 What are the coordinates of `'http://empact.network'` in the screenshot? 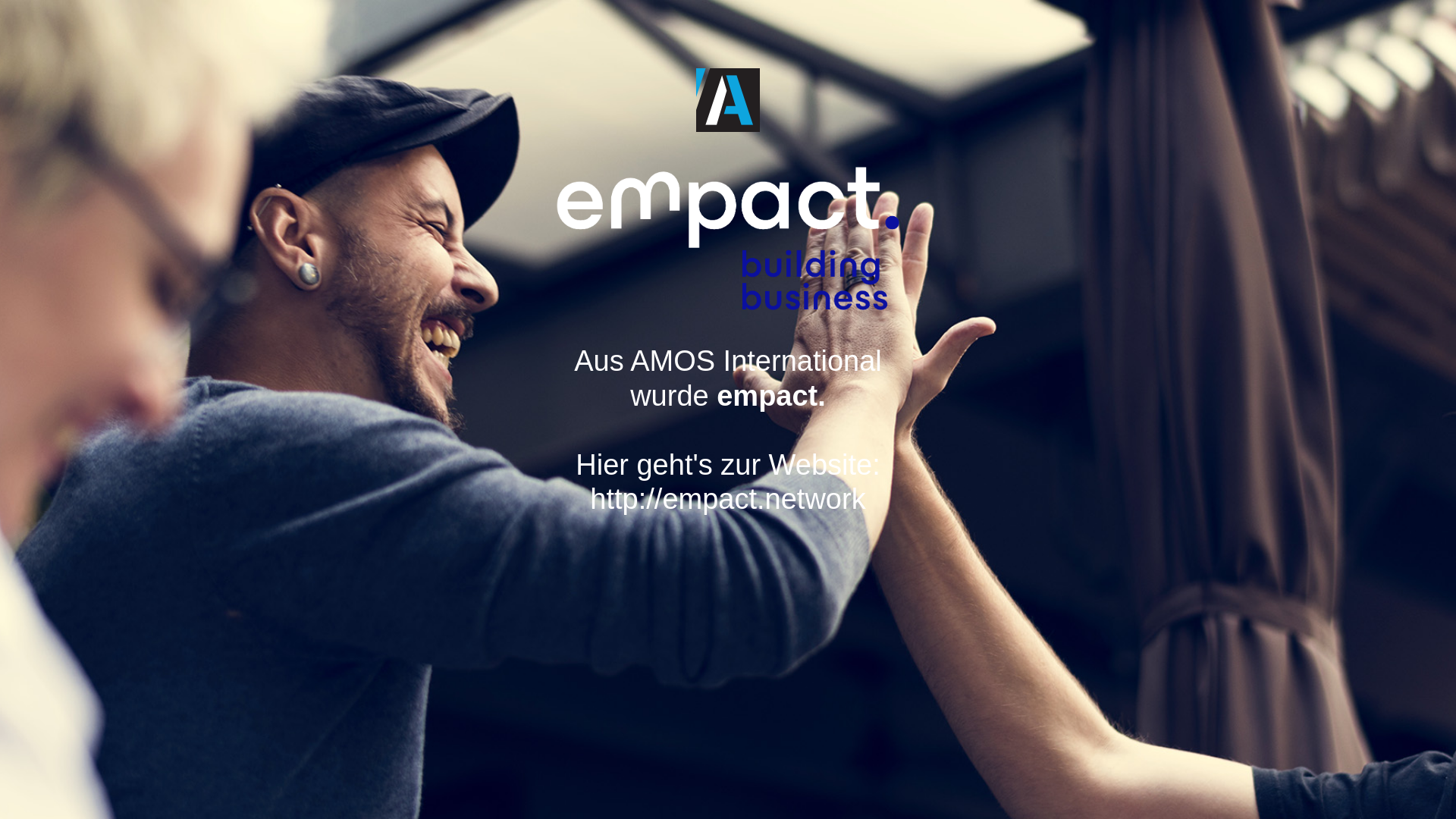 It's located at (735, 516).